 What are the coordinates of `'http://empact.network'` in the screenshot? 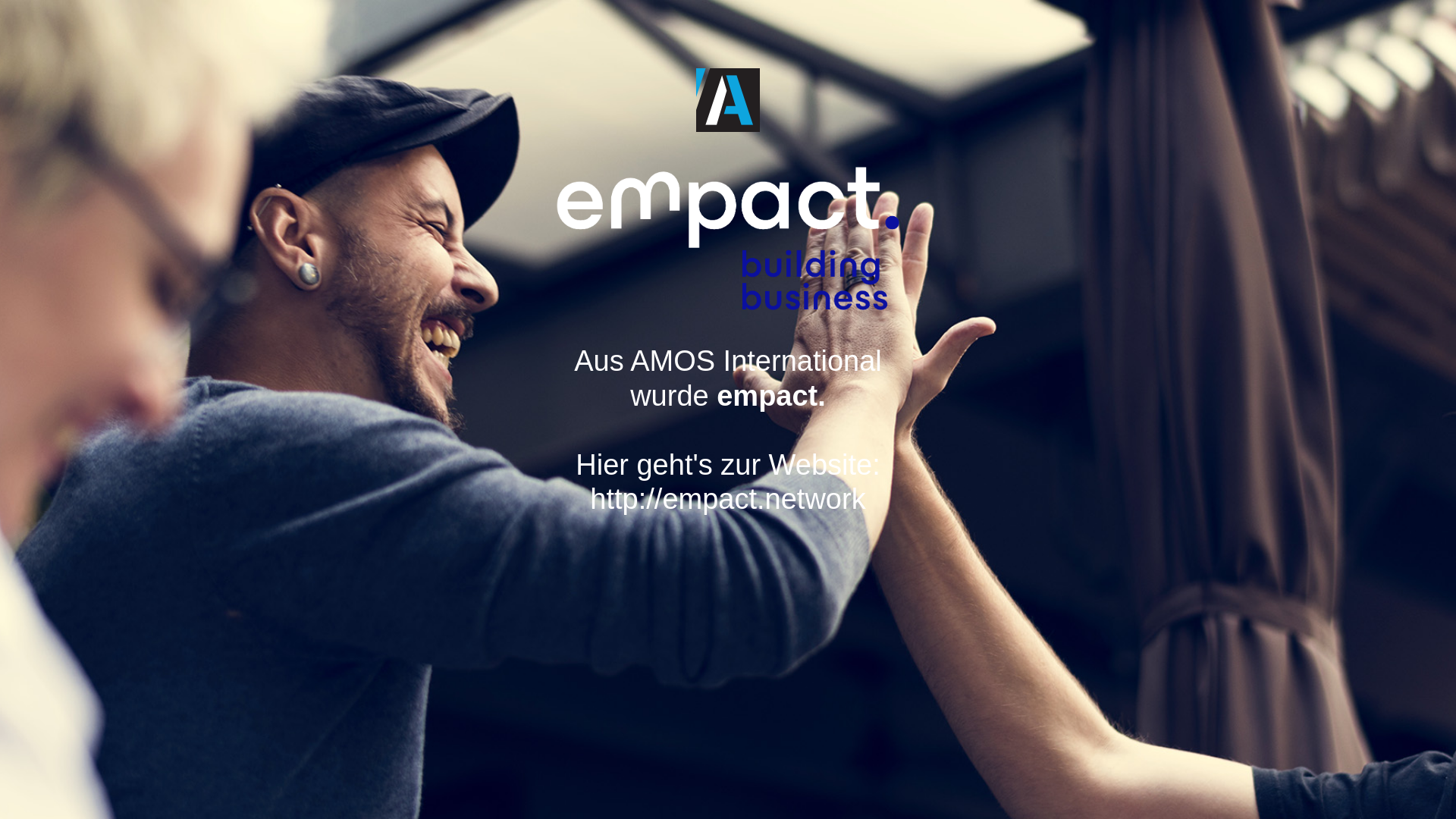 It's located at (735, 516).